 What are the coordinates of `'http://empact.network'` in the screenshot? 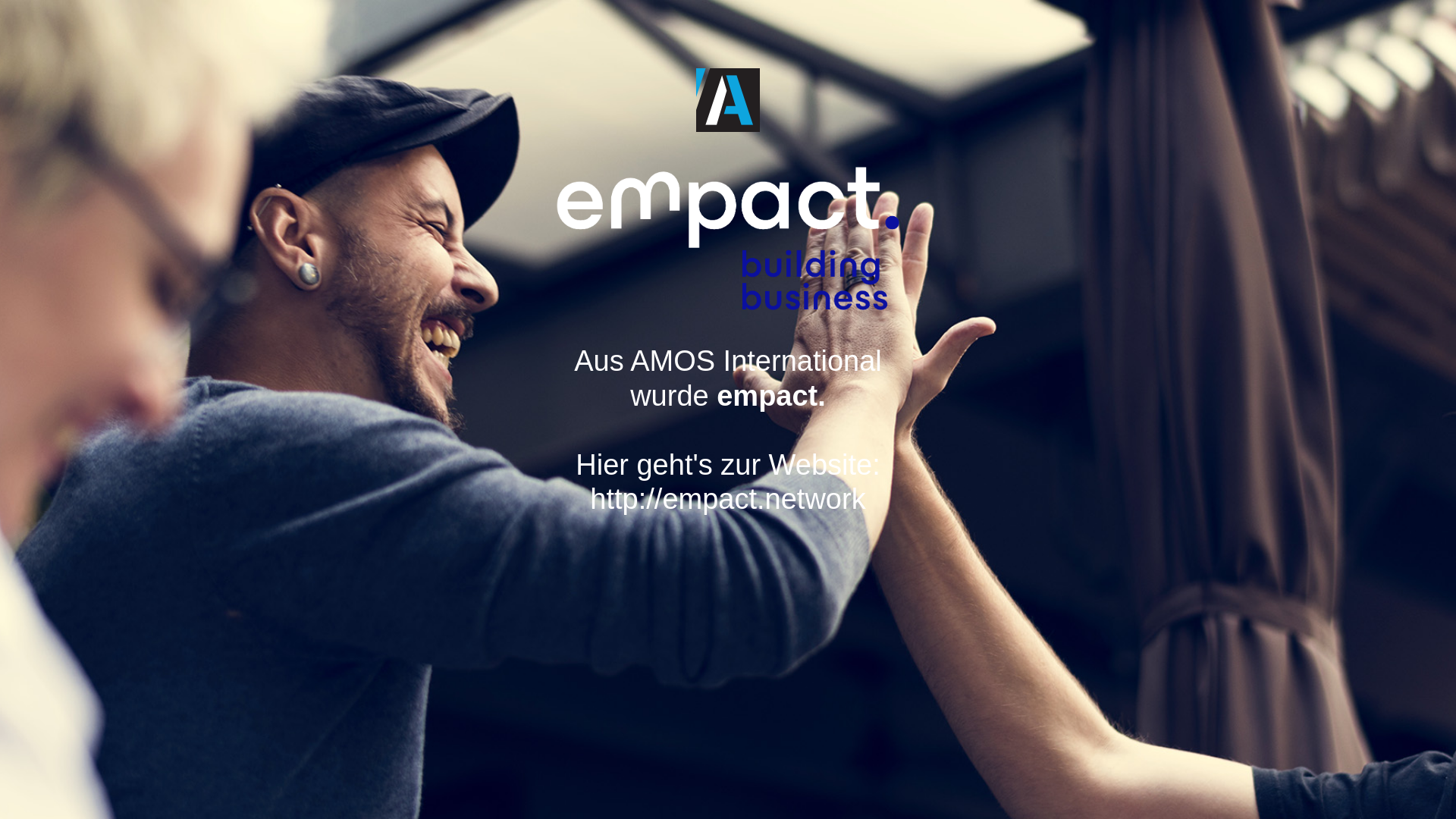 It's located at (735, 516).